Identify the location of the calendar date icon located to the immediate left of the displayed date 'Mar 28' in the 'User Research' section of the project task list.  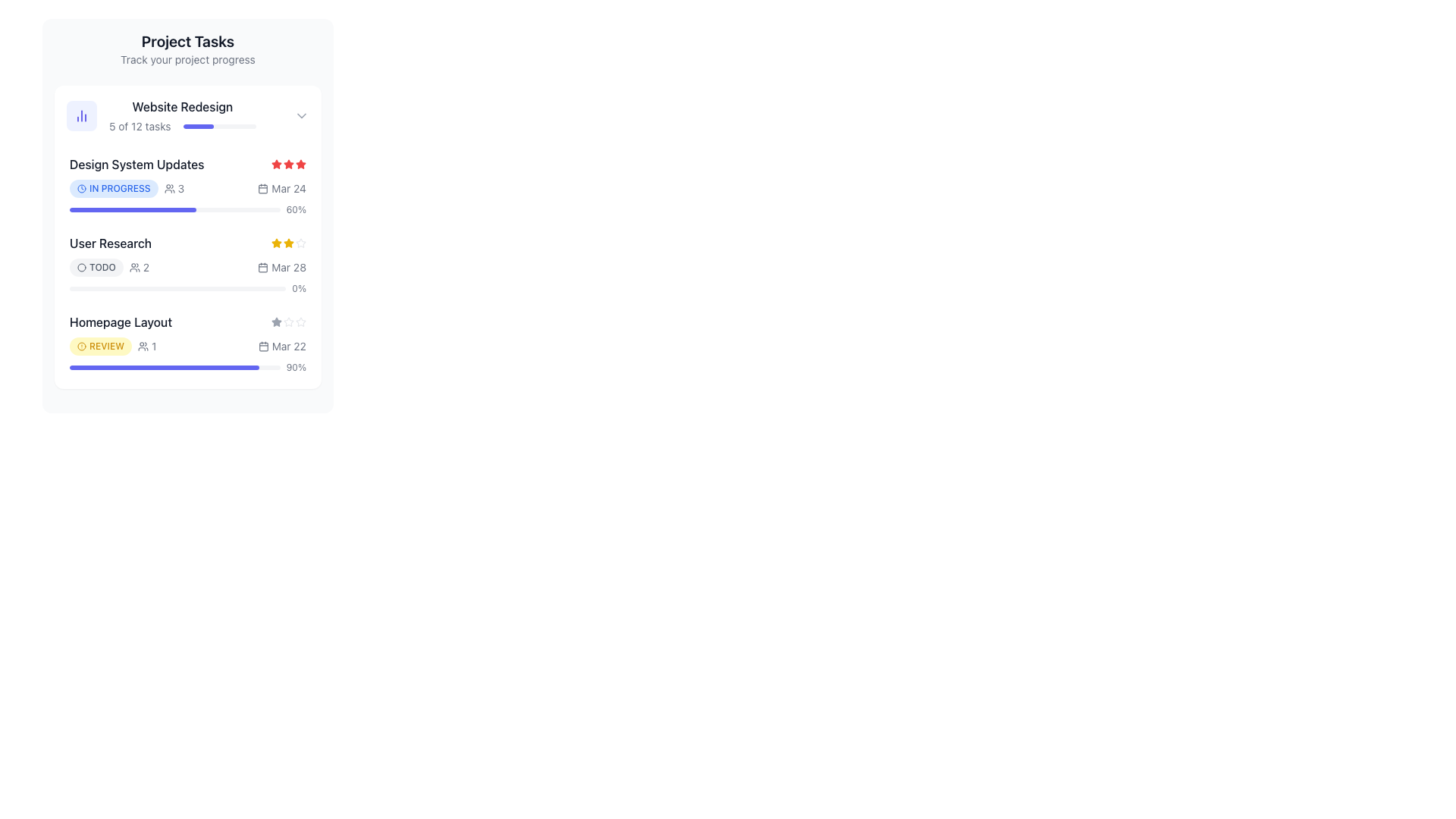
(263, 267).